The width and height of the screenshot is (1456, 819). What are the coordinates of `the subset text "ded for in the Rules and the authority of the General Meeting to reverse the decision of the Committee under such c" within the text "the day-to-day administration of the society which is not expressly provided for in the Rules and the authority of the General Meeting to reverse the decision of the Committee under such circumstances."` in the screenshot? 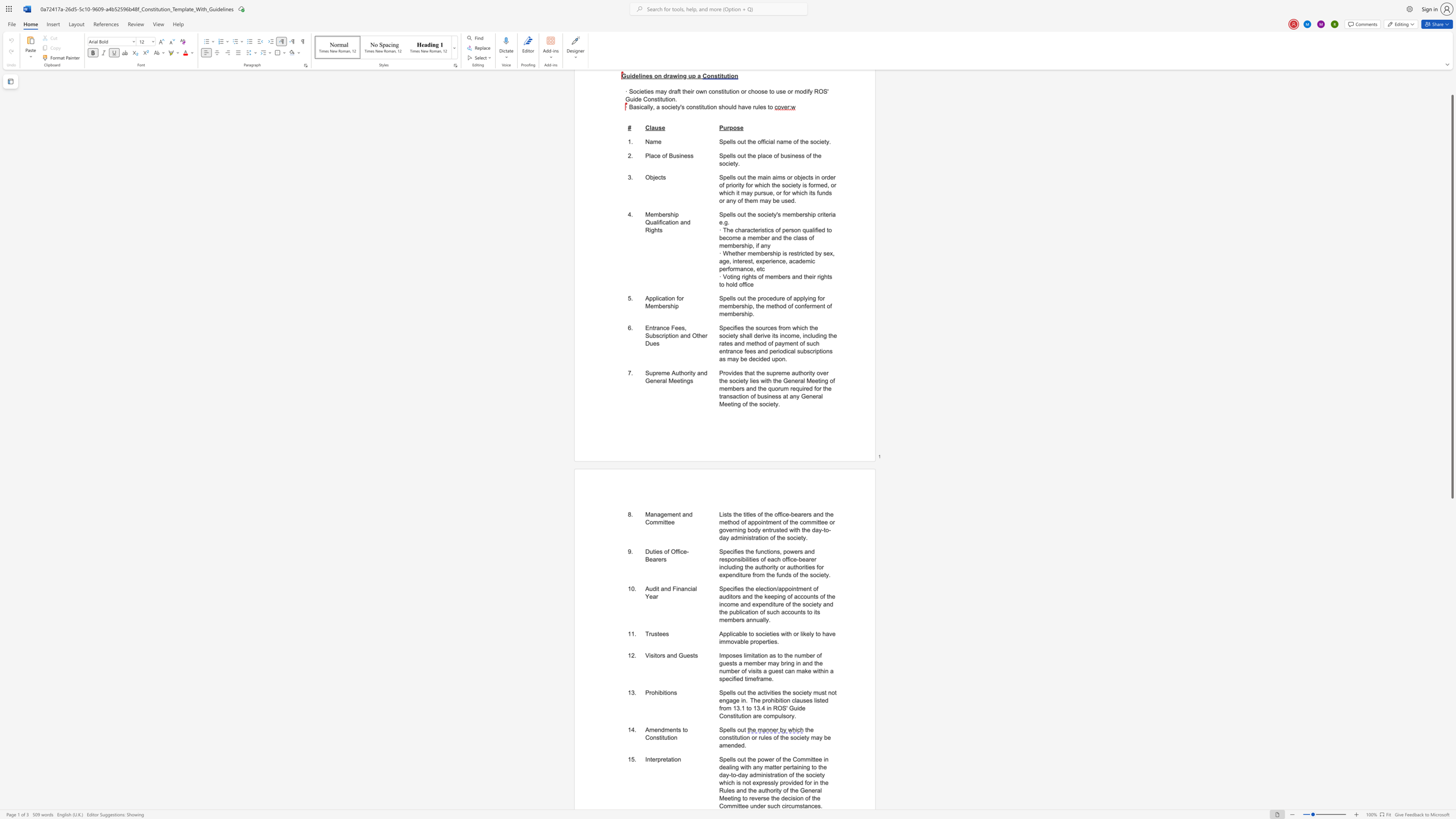 It's located at (793, 782).